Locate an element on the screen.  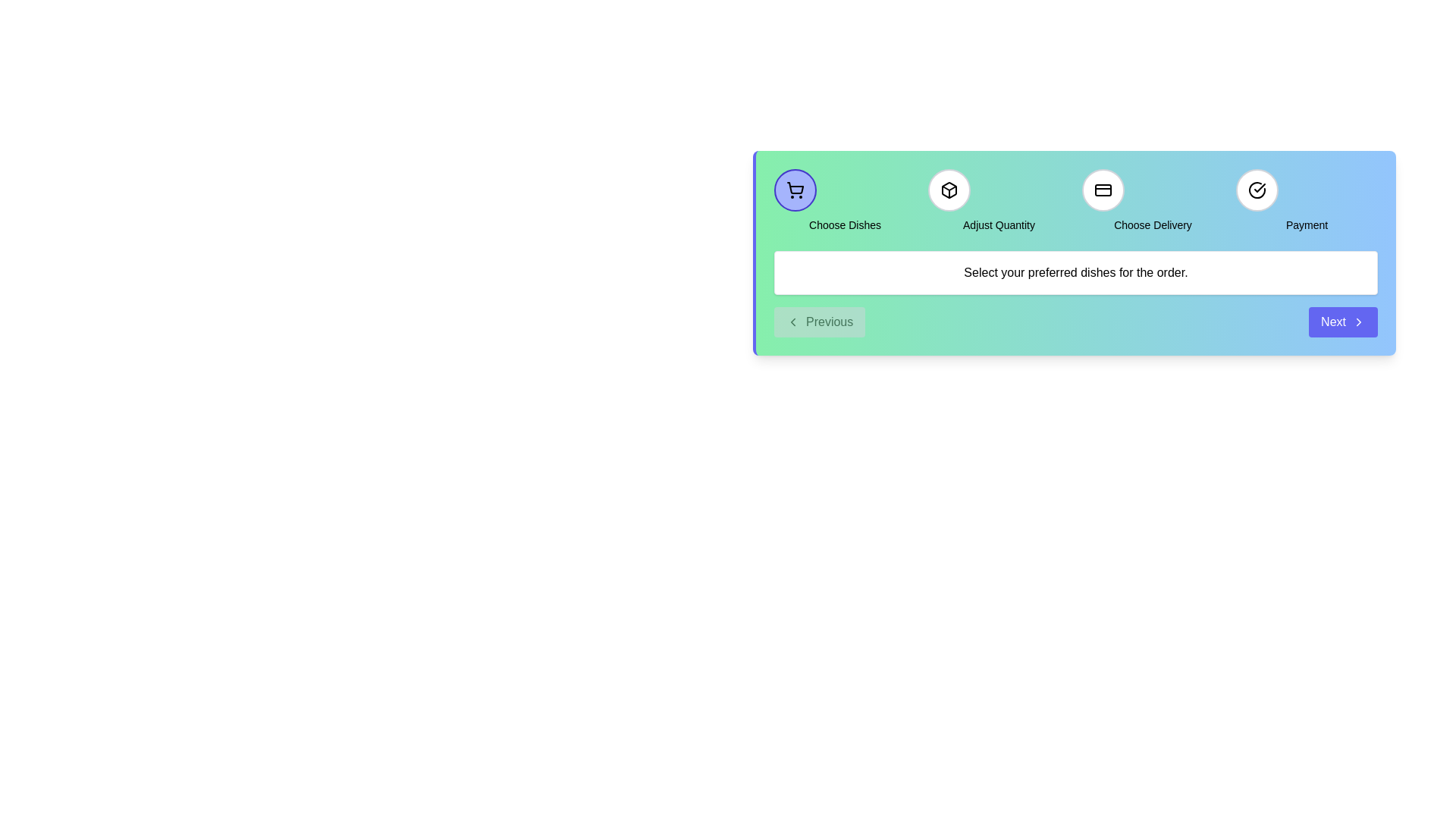
the 'Payment' text label, which is the fourth step in a multi-step process displayed at the top of the current view is located at coordinates (1306, 225).